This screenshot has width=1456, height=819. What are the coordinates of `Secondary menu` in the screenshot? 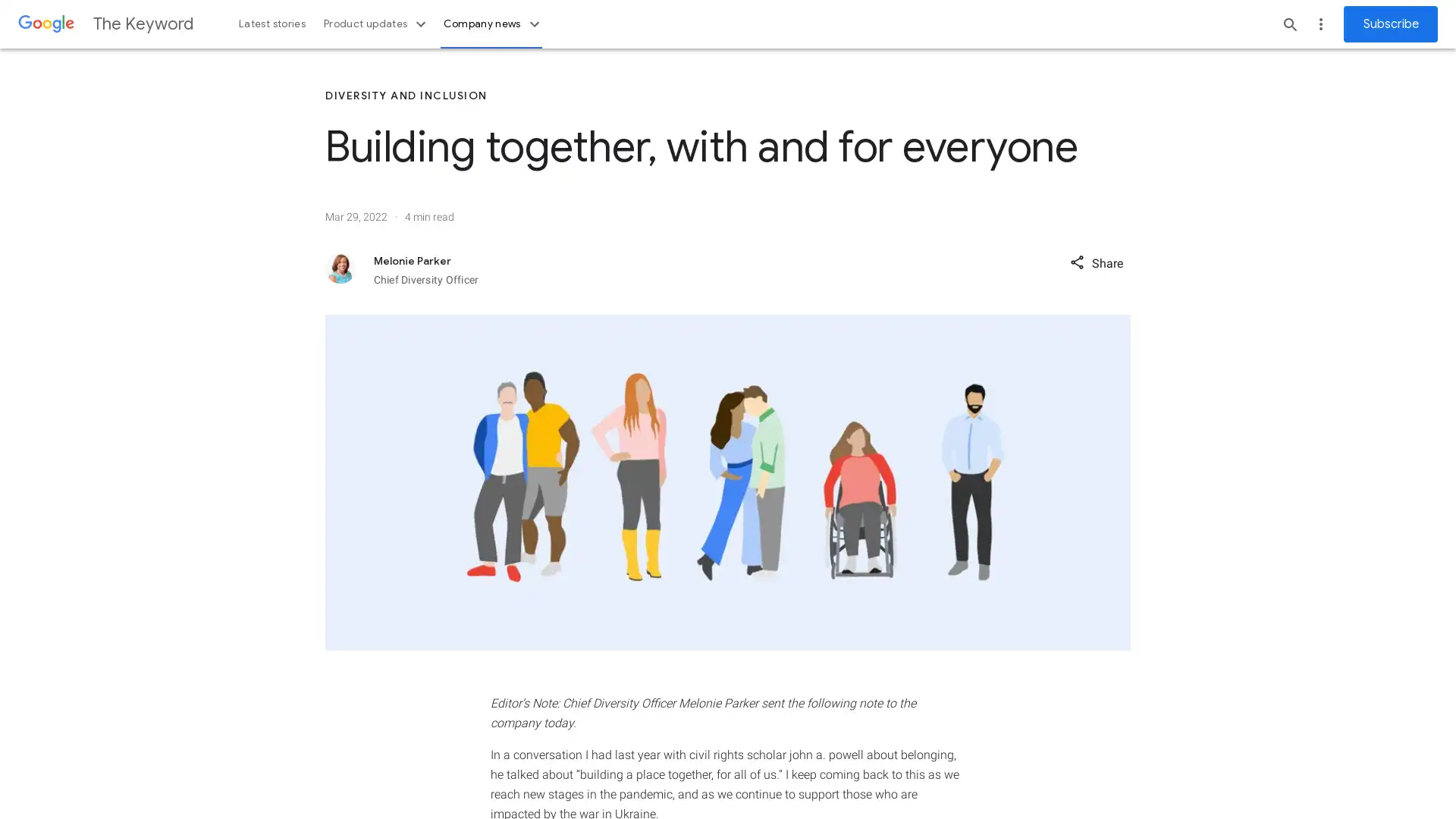 It's located at (1320, 24).